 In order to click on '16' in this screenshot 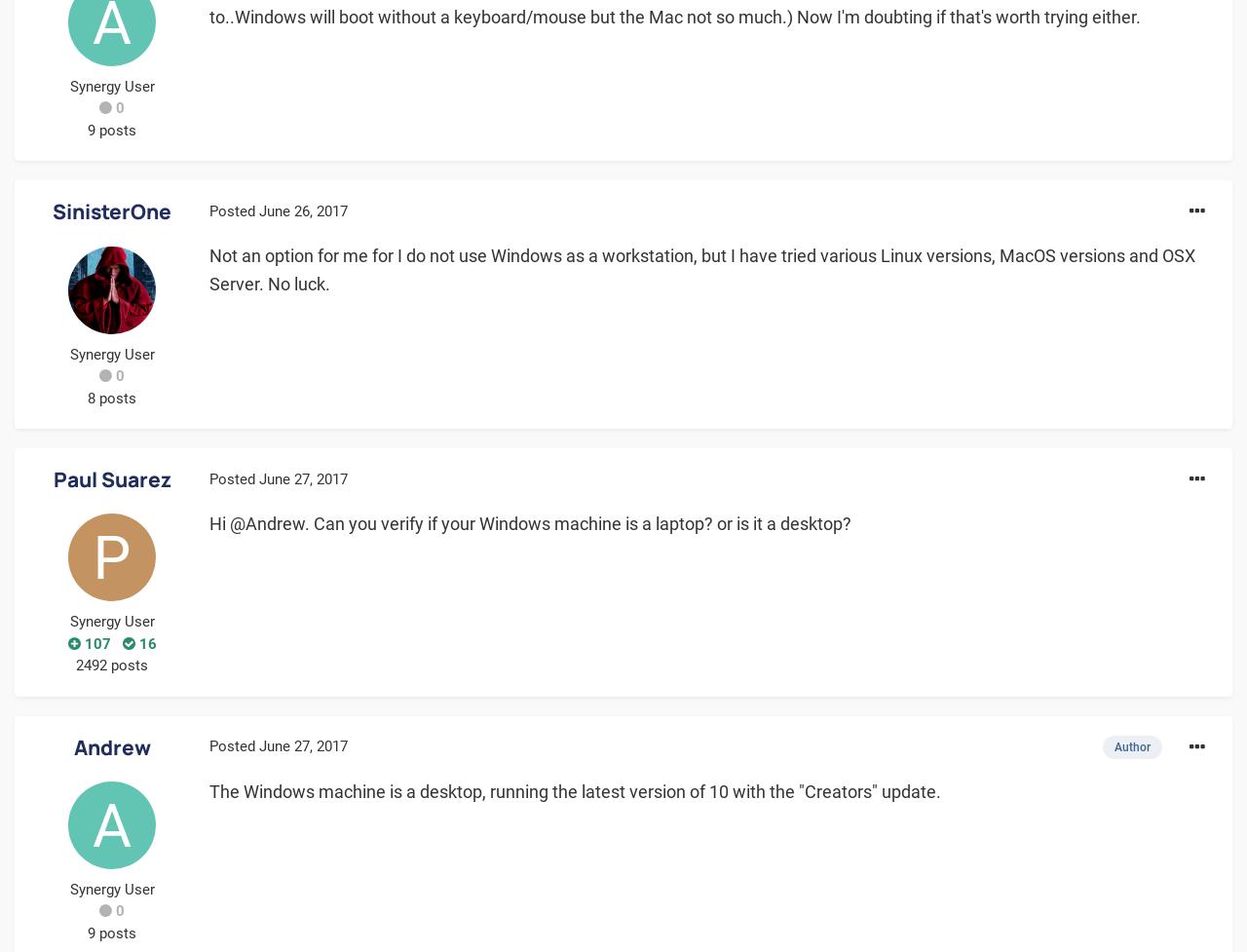, I will do `click(143, 642)`.